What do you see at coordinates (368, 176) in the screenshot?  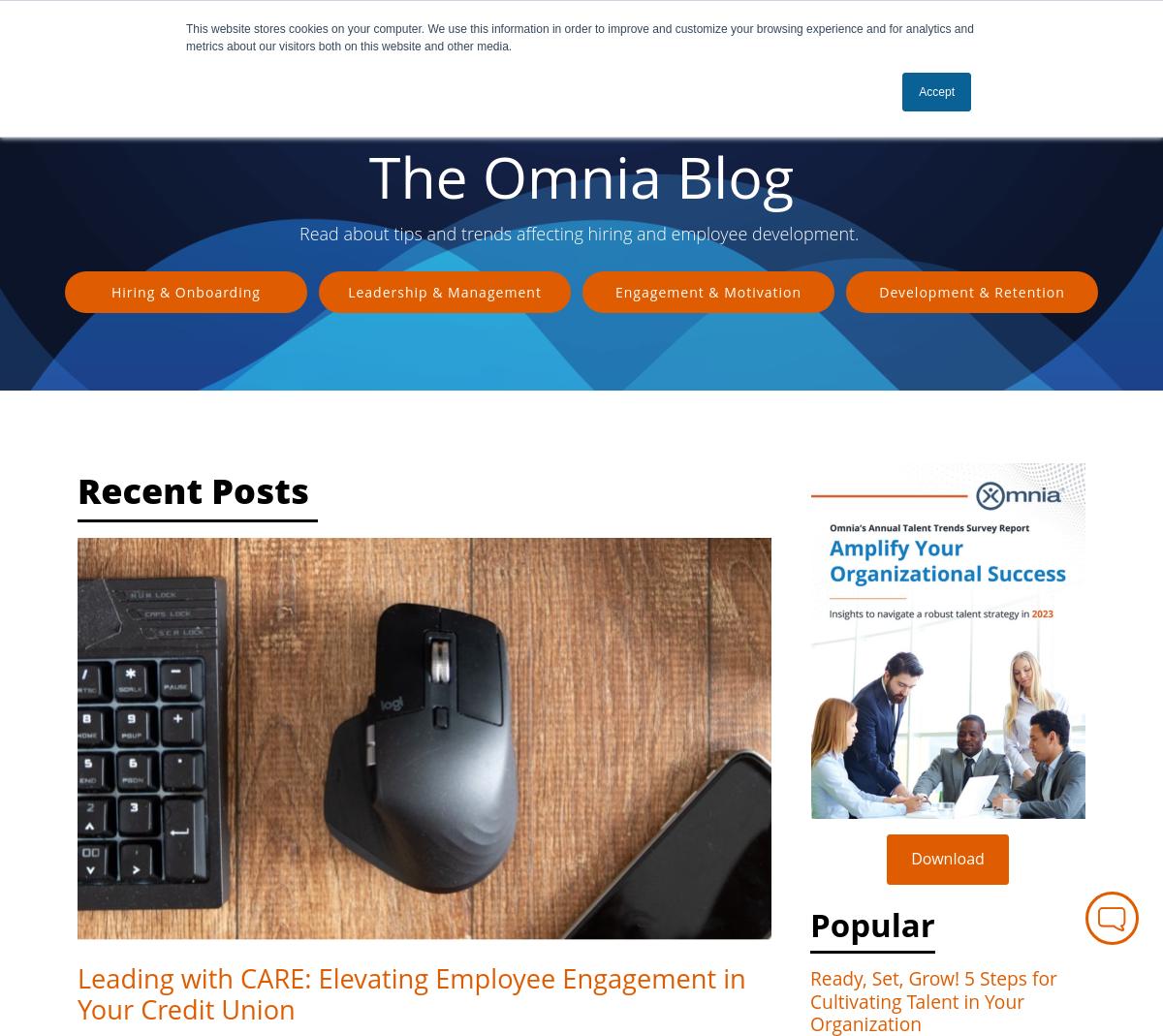 I see `'The Omnia Blog'` at bounding box center [368, 176].